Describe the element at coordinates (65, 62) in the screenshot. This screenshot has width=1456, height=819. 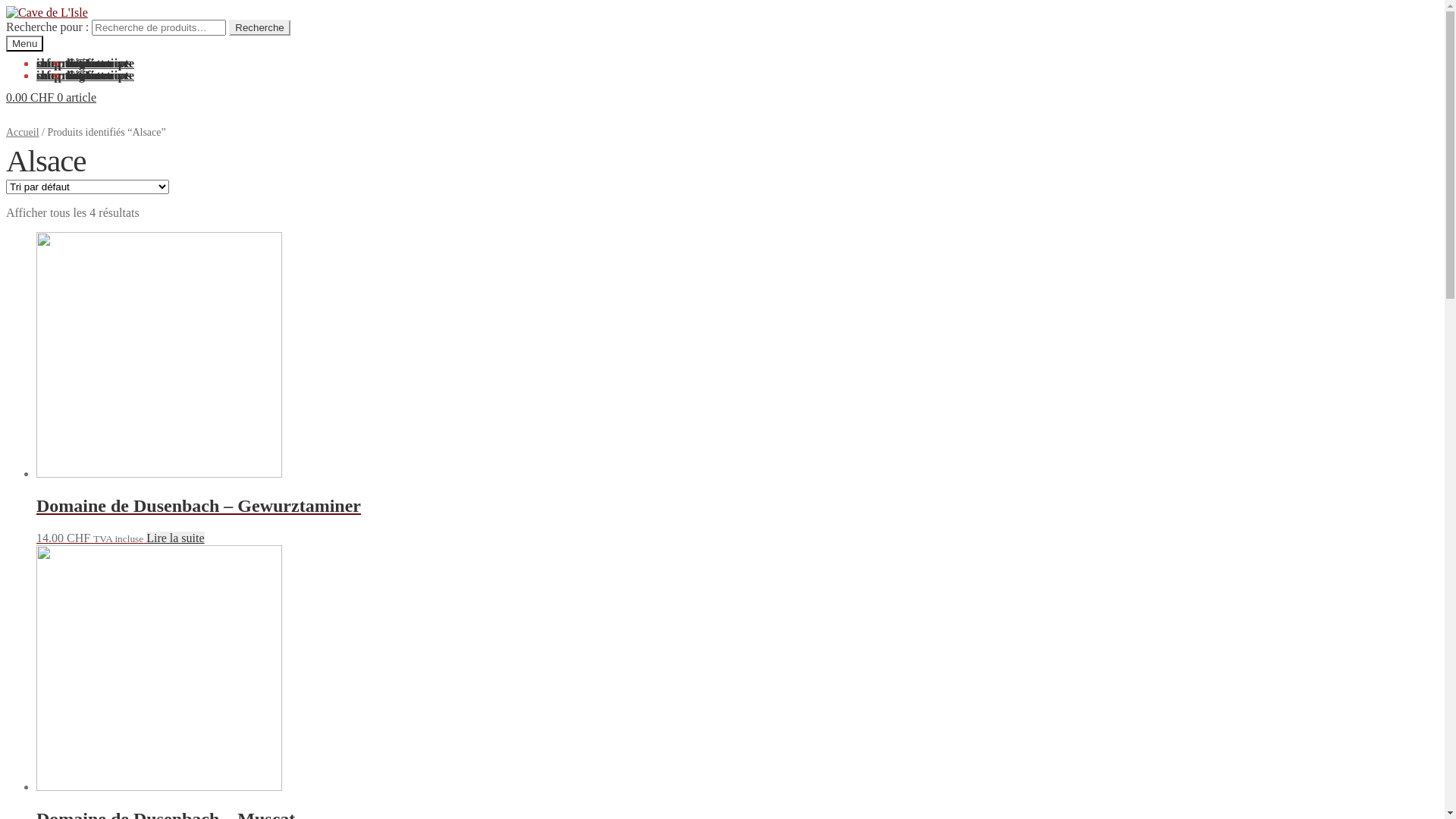
I see `'horaires'` at that location.